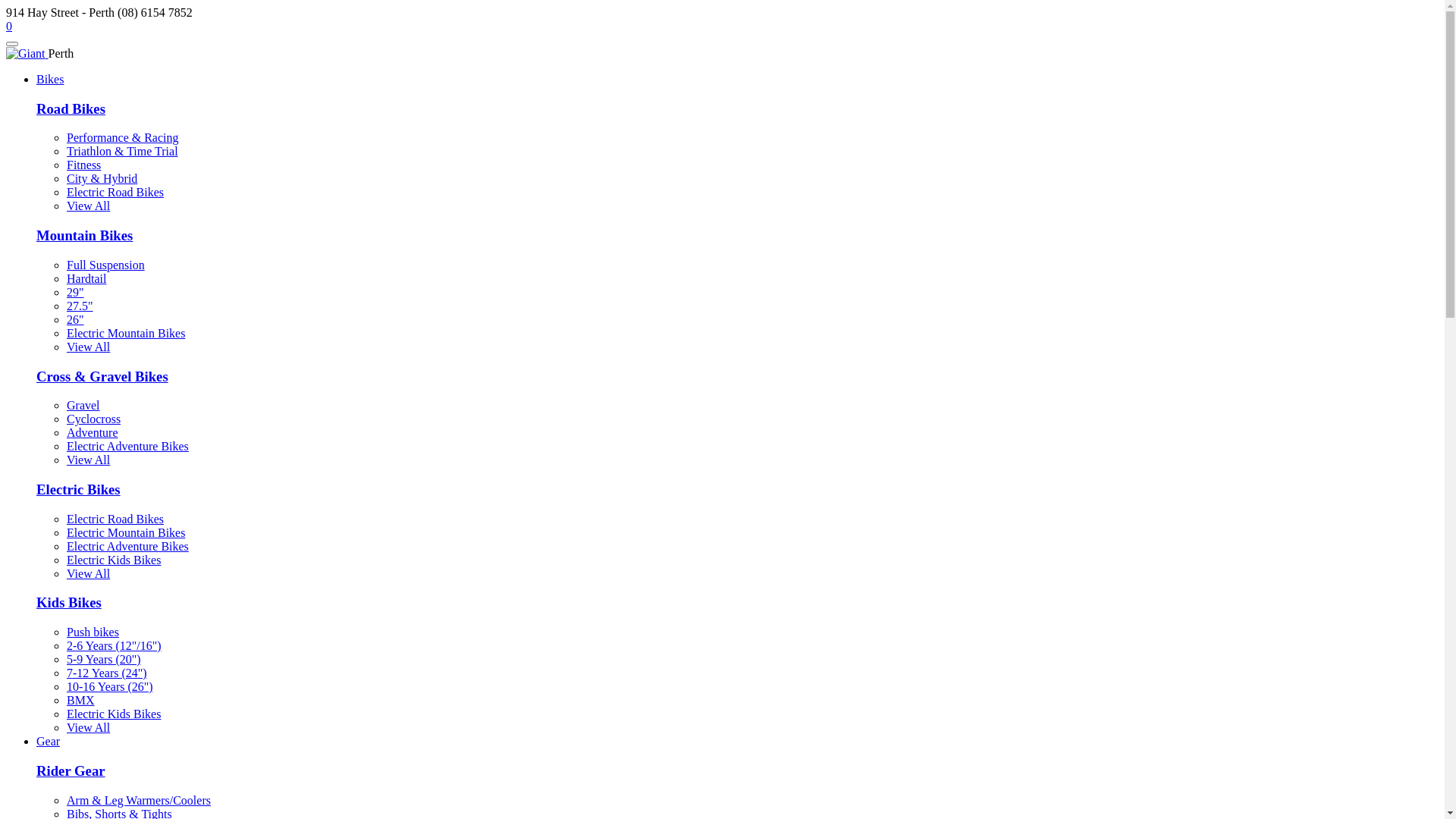 The height and width of the screenshot is (819, 1456). Describe the element at coordinates (65, 165) in the screenshot. I see `'Fitness'` at that location.